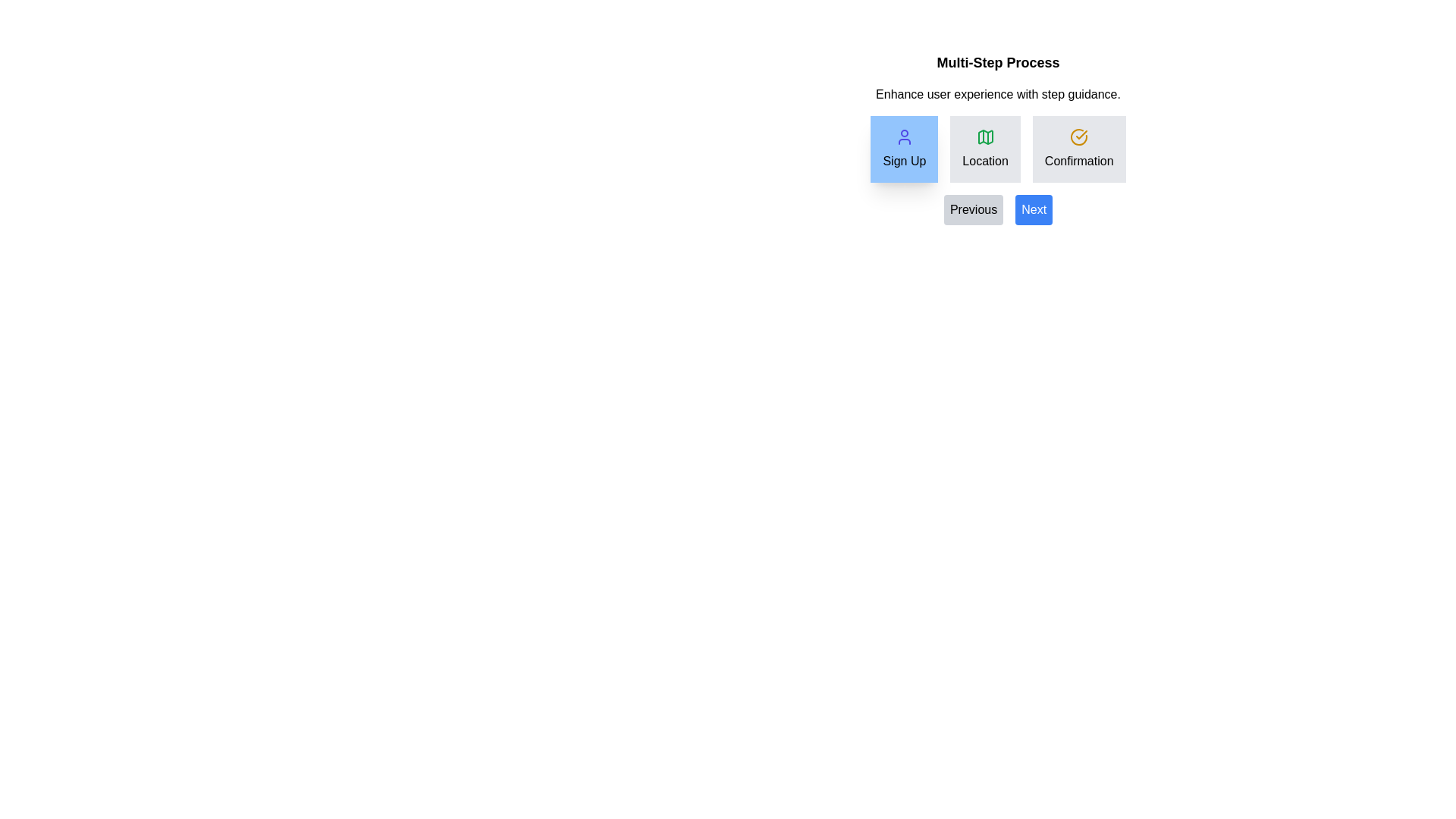 Image resolution: width=1456 pixels, height=819 pixels. Describe the element at coordinates (985, 137) in the screenshot. I see `the 'Location' icon in the navigation interface, which is positioned between 'Sign Up' and 'Confirmation' sections` at that location.